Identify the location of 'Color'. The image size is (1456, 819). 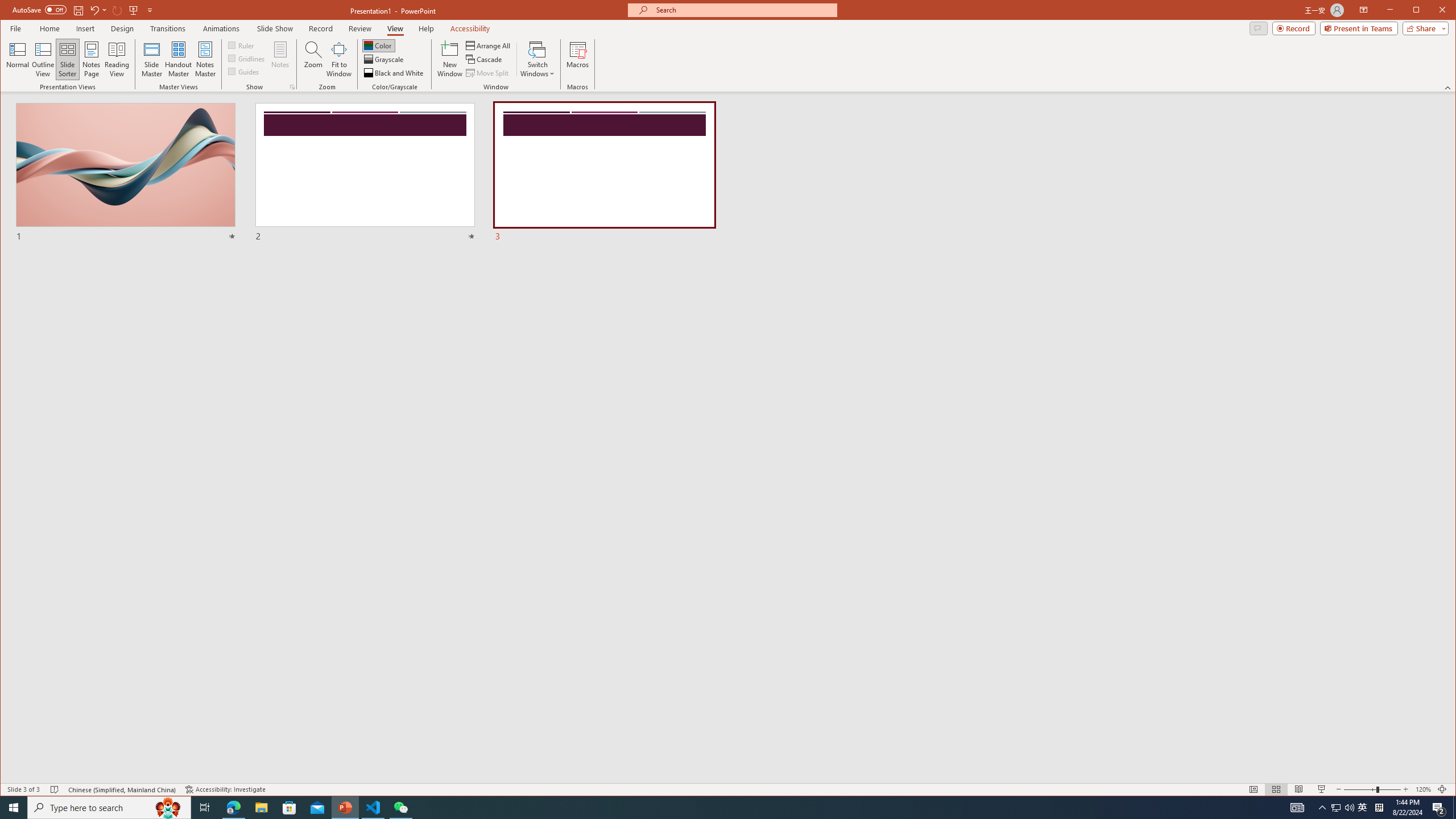
(378, 45).